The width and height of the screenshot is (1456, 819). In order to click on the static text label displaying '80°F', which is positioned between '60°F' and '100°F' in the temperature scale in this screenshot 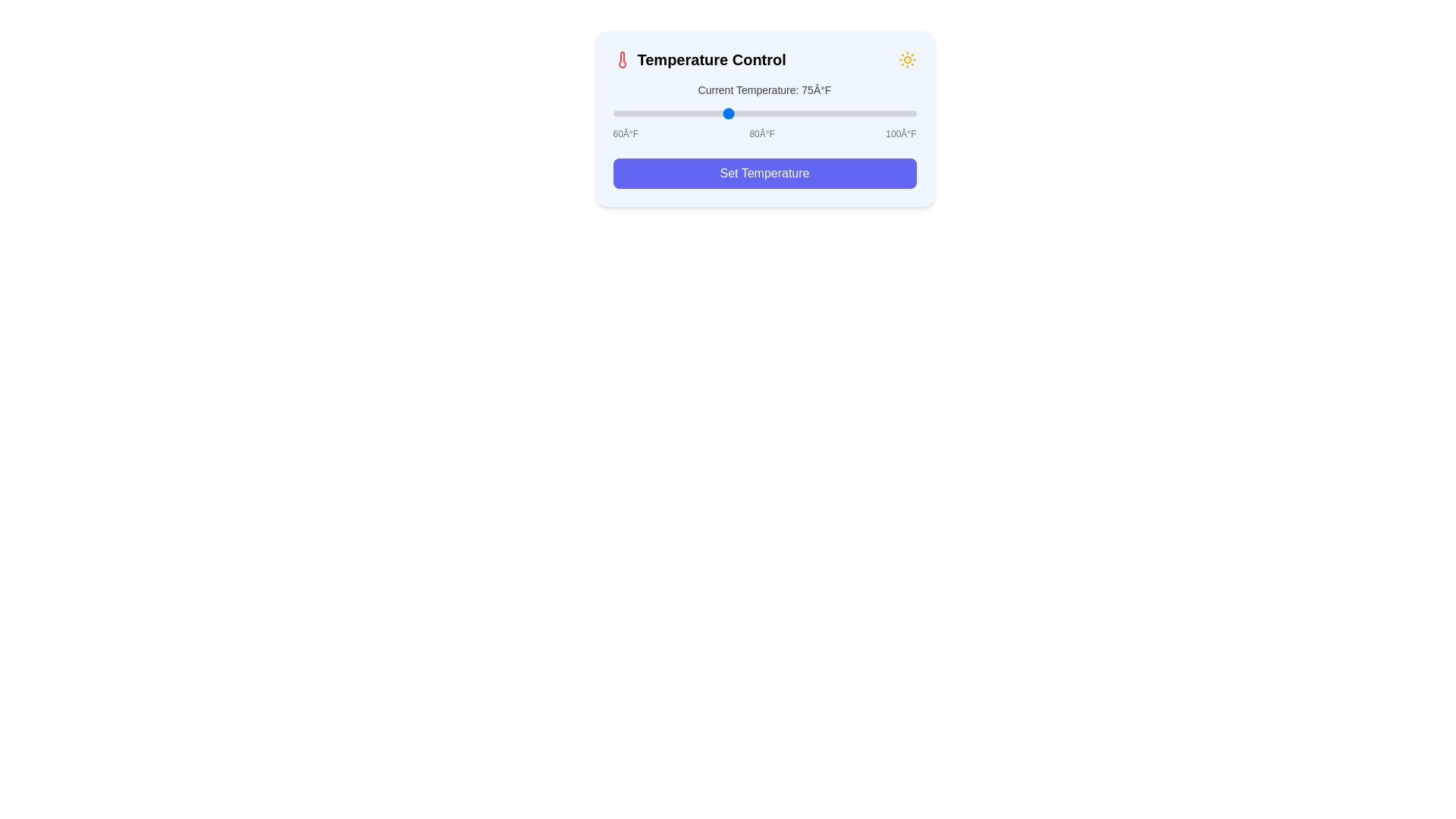, I will do `click(762, 133)`.